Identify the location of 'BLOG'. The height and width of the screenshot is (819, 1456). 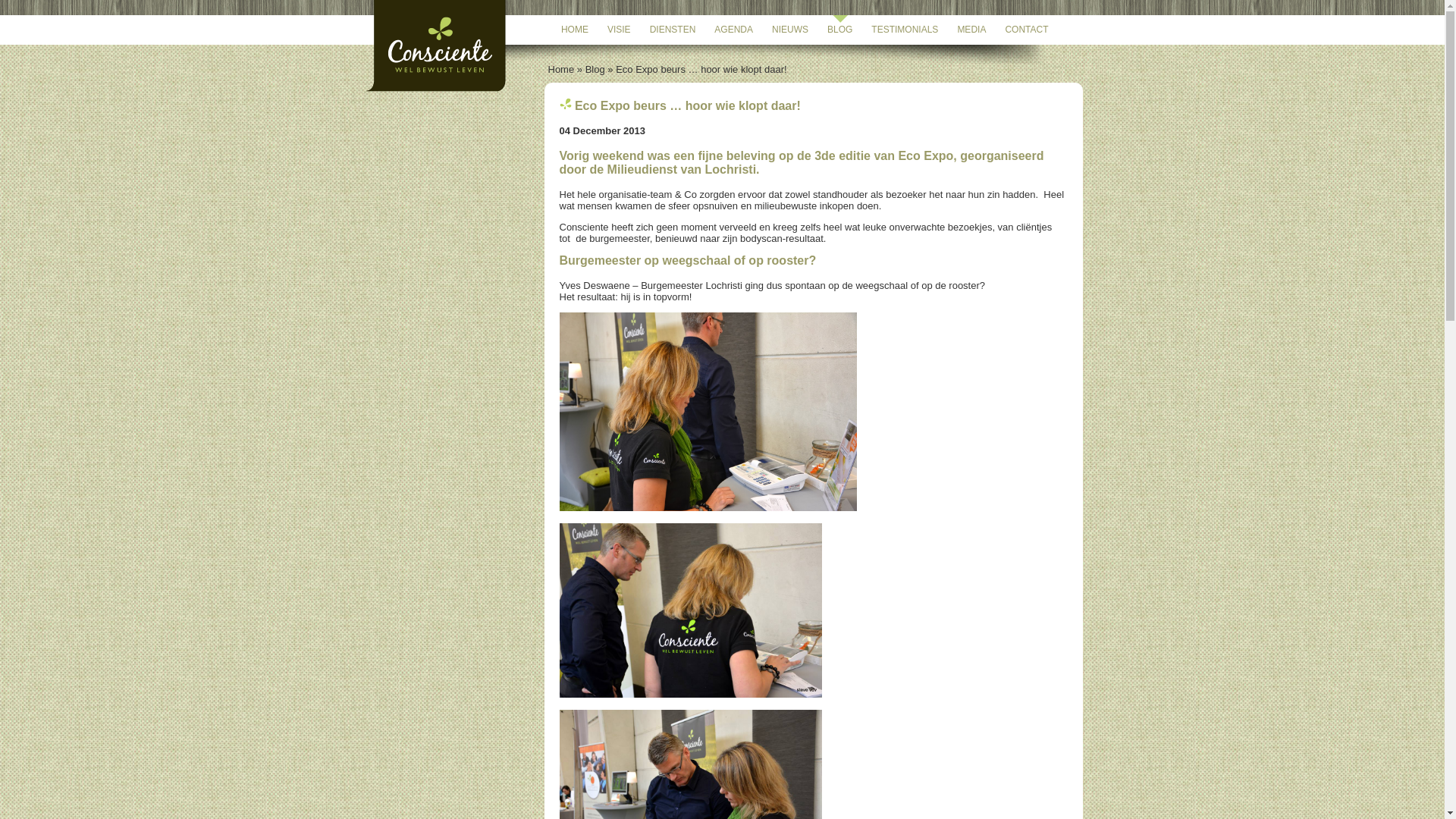
(839, 30).